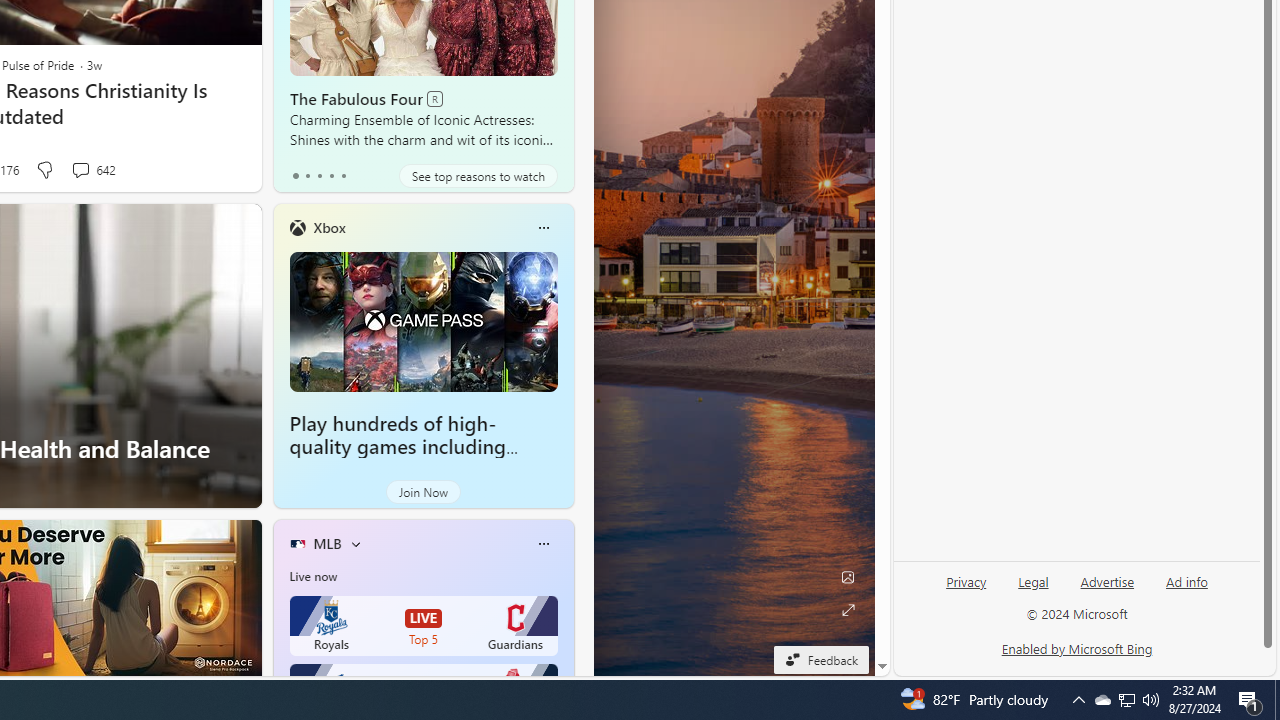 The image size is (1280, 720). What do you see at coordinates (294, 175) in the screenshot?
I see `'tab-0'` at bounding box center [294, 175].